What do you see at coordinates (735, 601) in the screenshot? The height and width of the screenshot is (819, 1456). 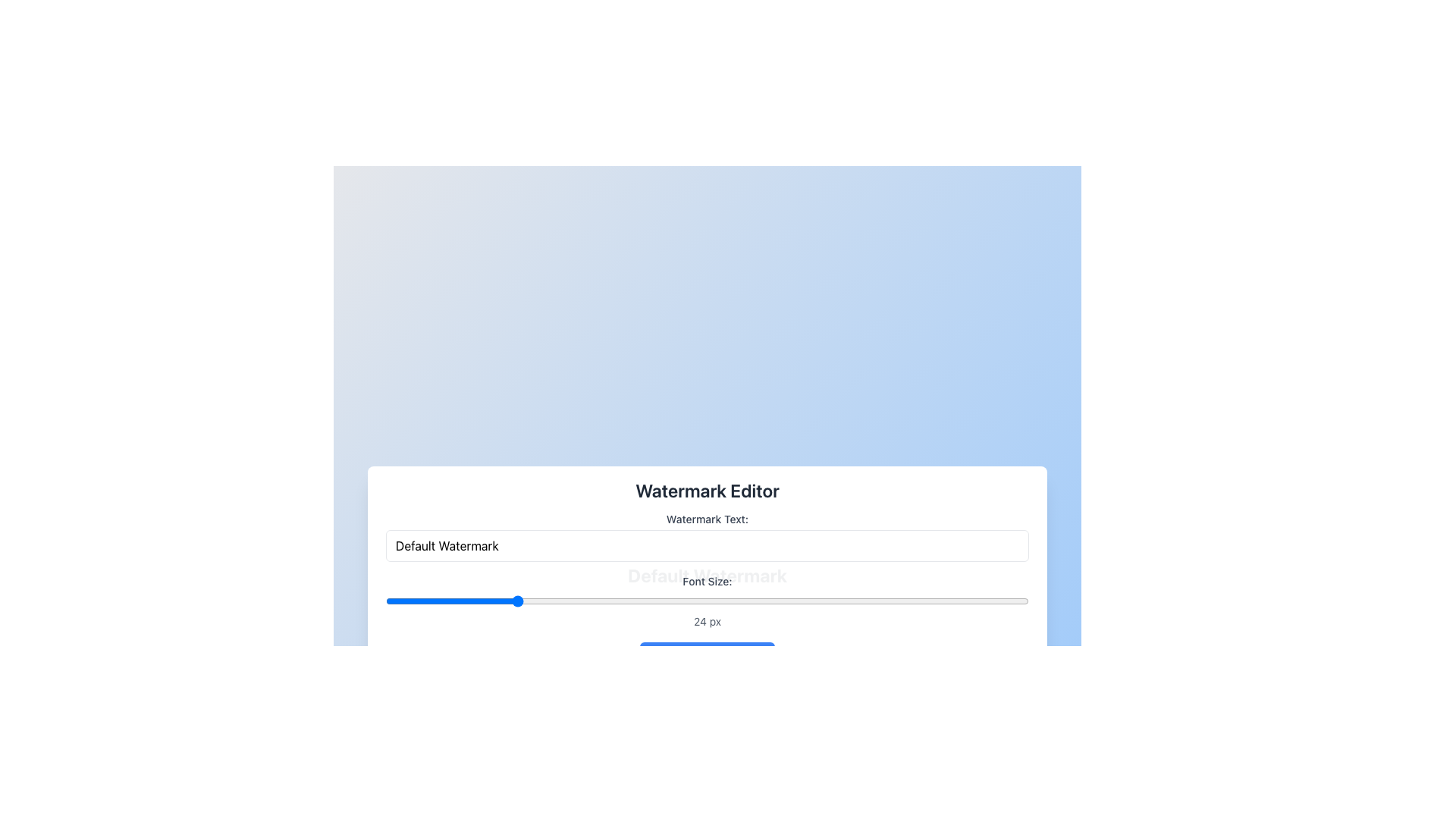 I see `font size` at bounding box center [735, 601].